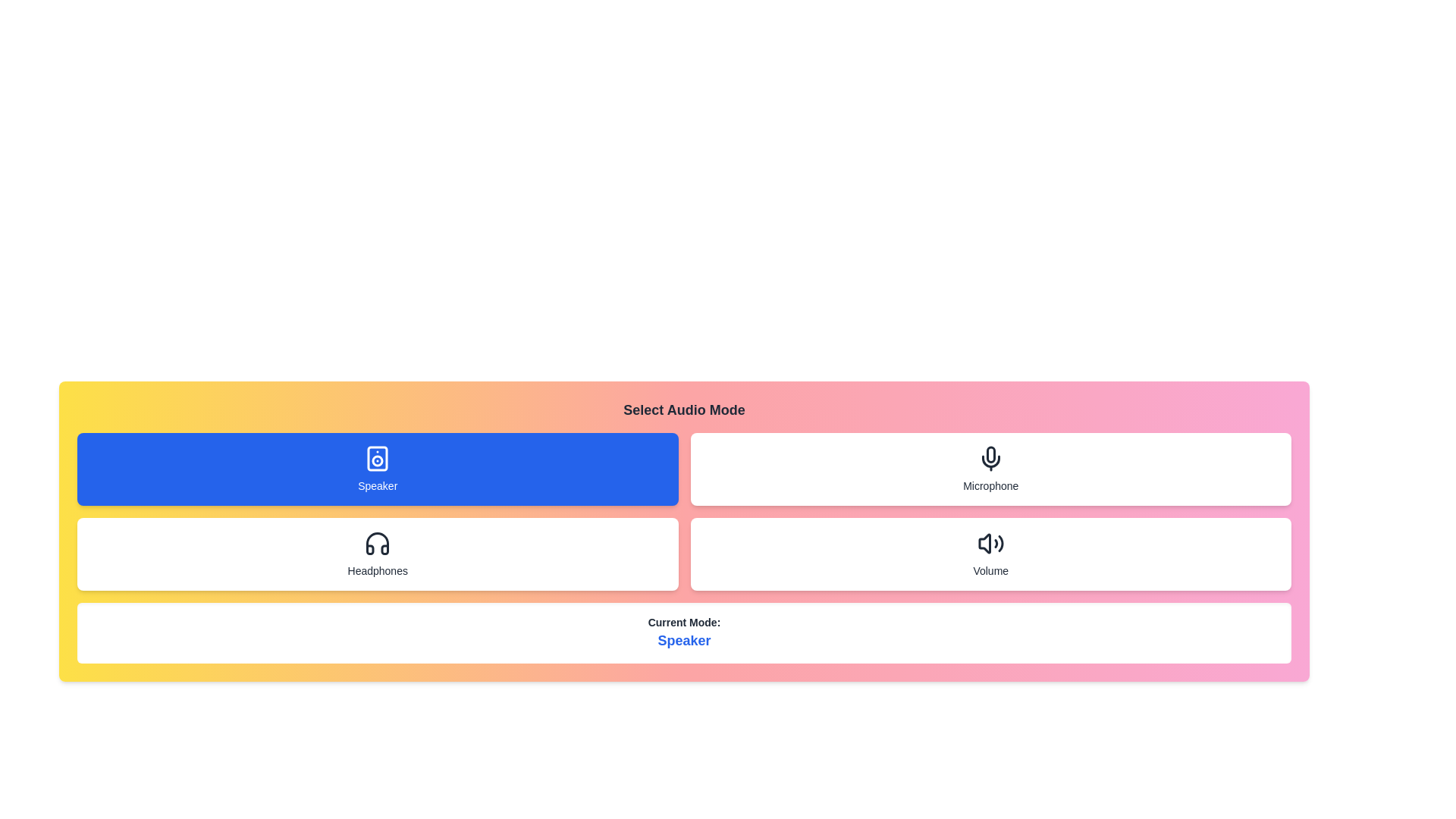 The width and height of the screenshot is (1456, 819). Describe the element at coordinates (378, 554) in the screenshot. I see `the audio mode to Headphones` at that location.